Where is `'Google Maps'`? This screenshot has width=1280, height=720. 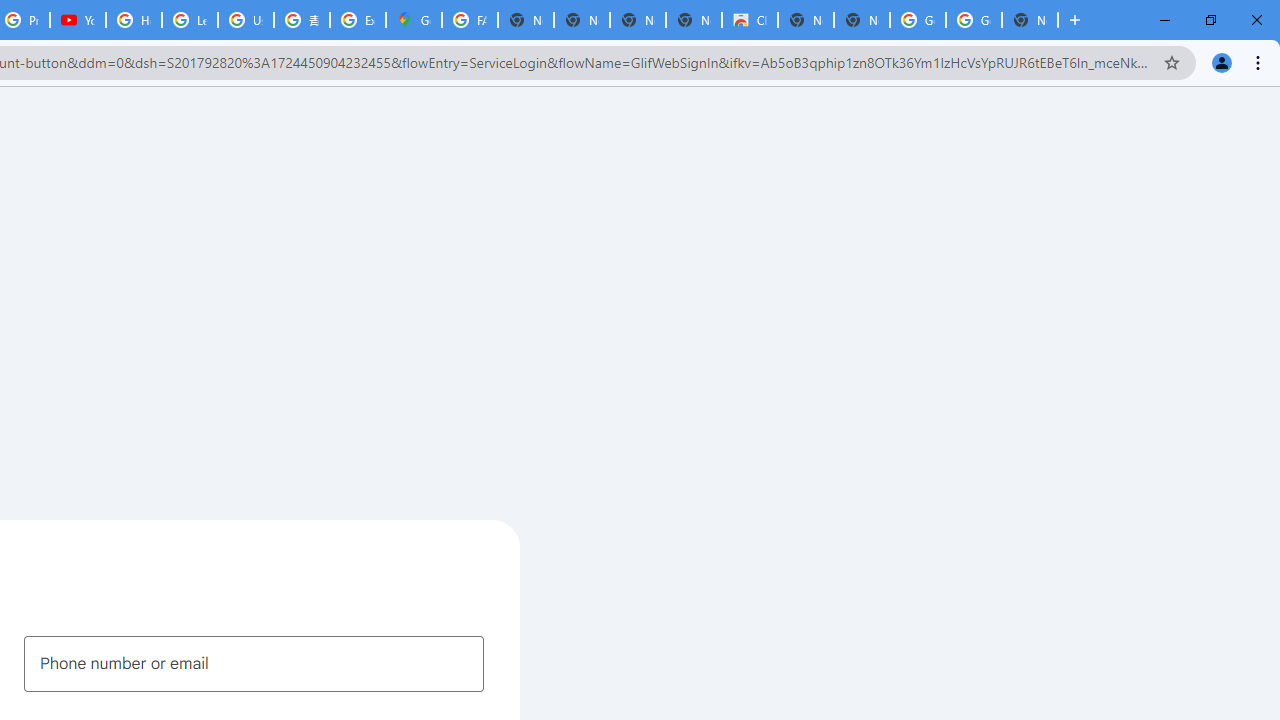
'Google Maps' is located at coordinates (413, 20).